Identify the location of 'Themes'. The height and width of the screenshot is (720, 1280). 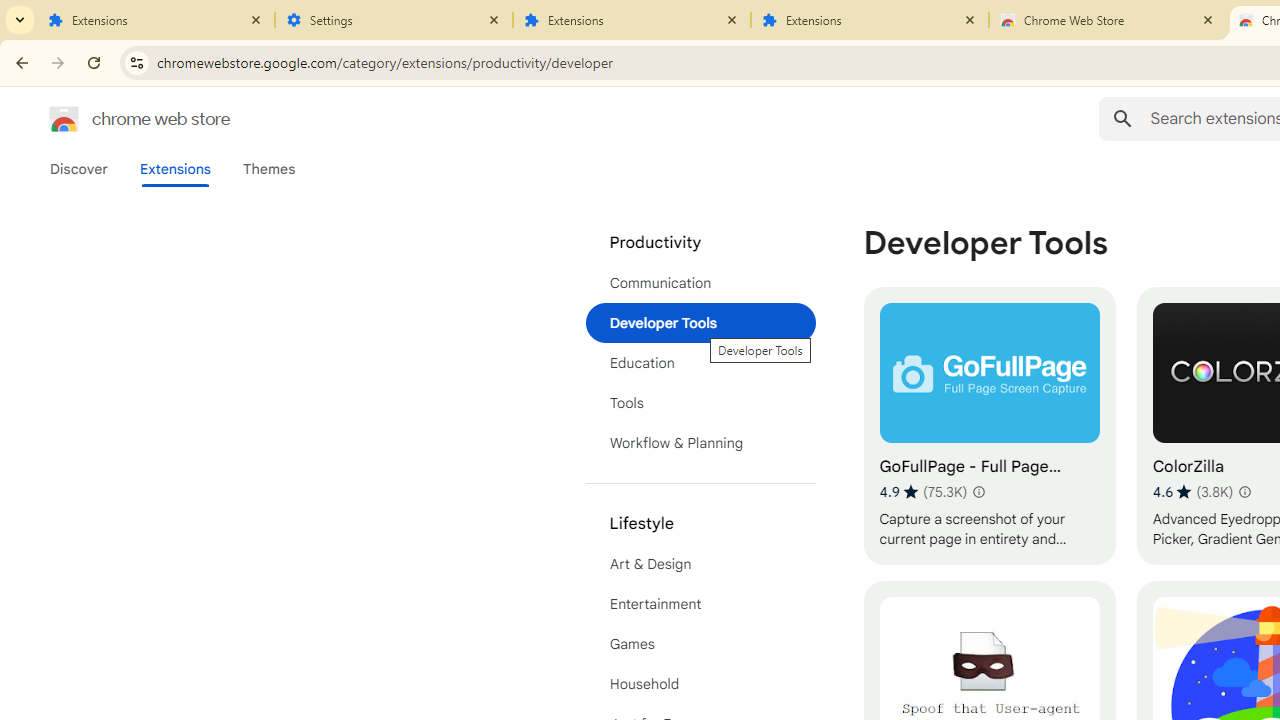
(268, 168).